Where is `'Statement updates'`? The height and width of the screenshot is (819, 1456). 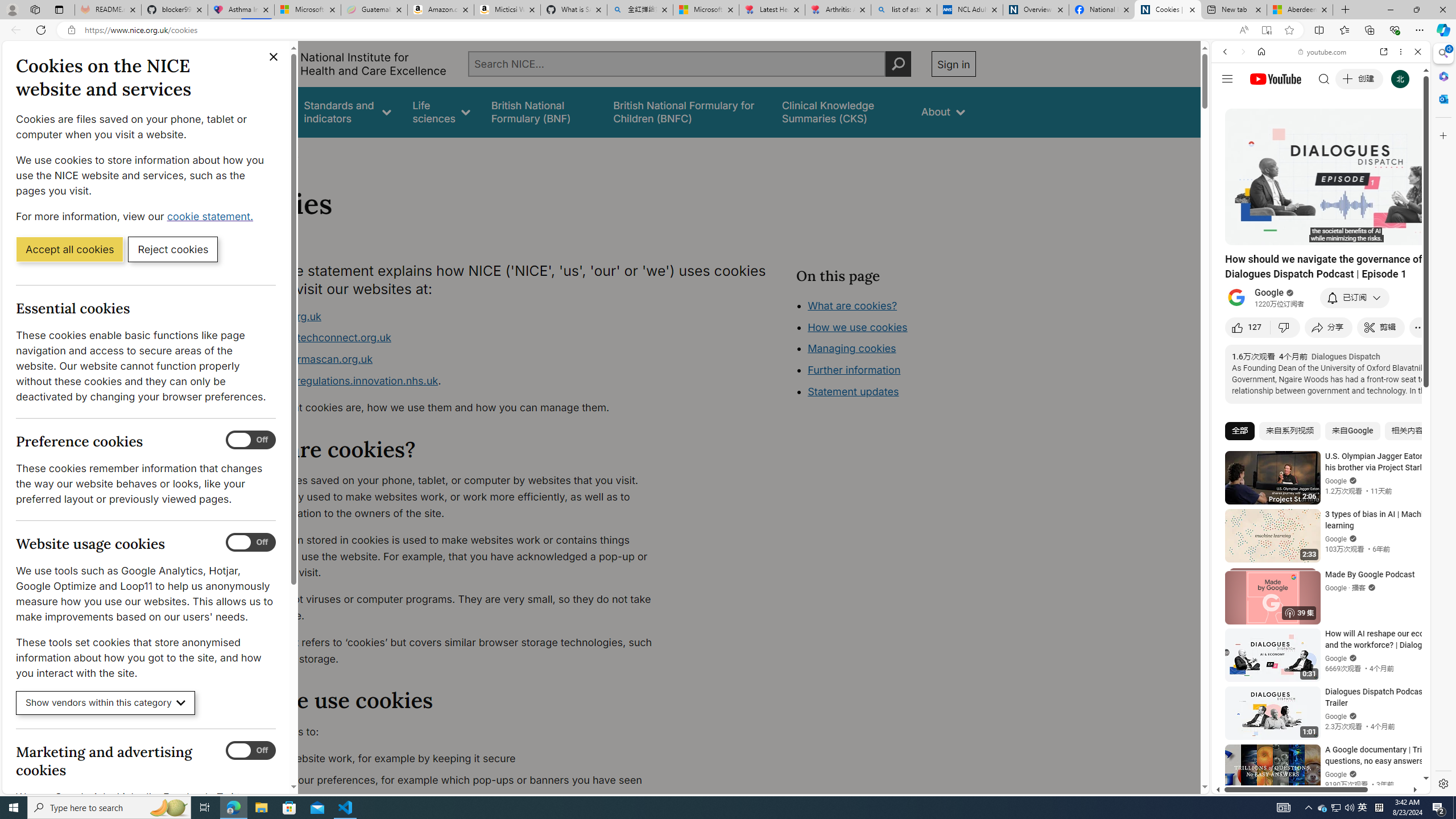
'Statement updates' is located at coordinates (853, 392).